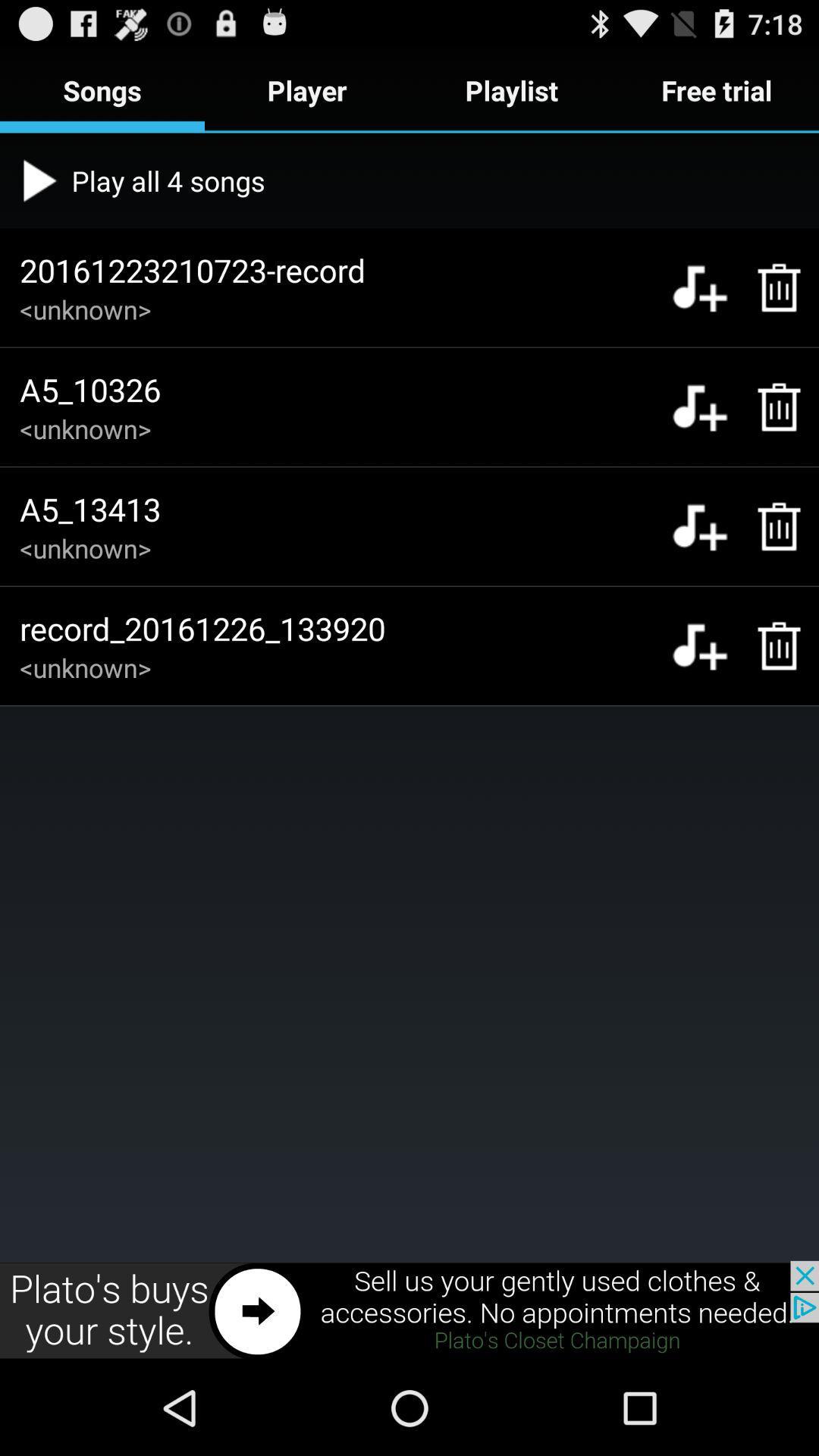  Describe the element at coordinates (699, 526) in the screenshot. I see `music` at that location.